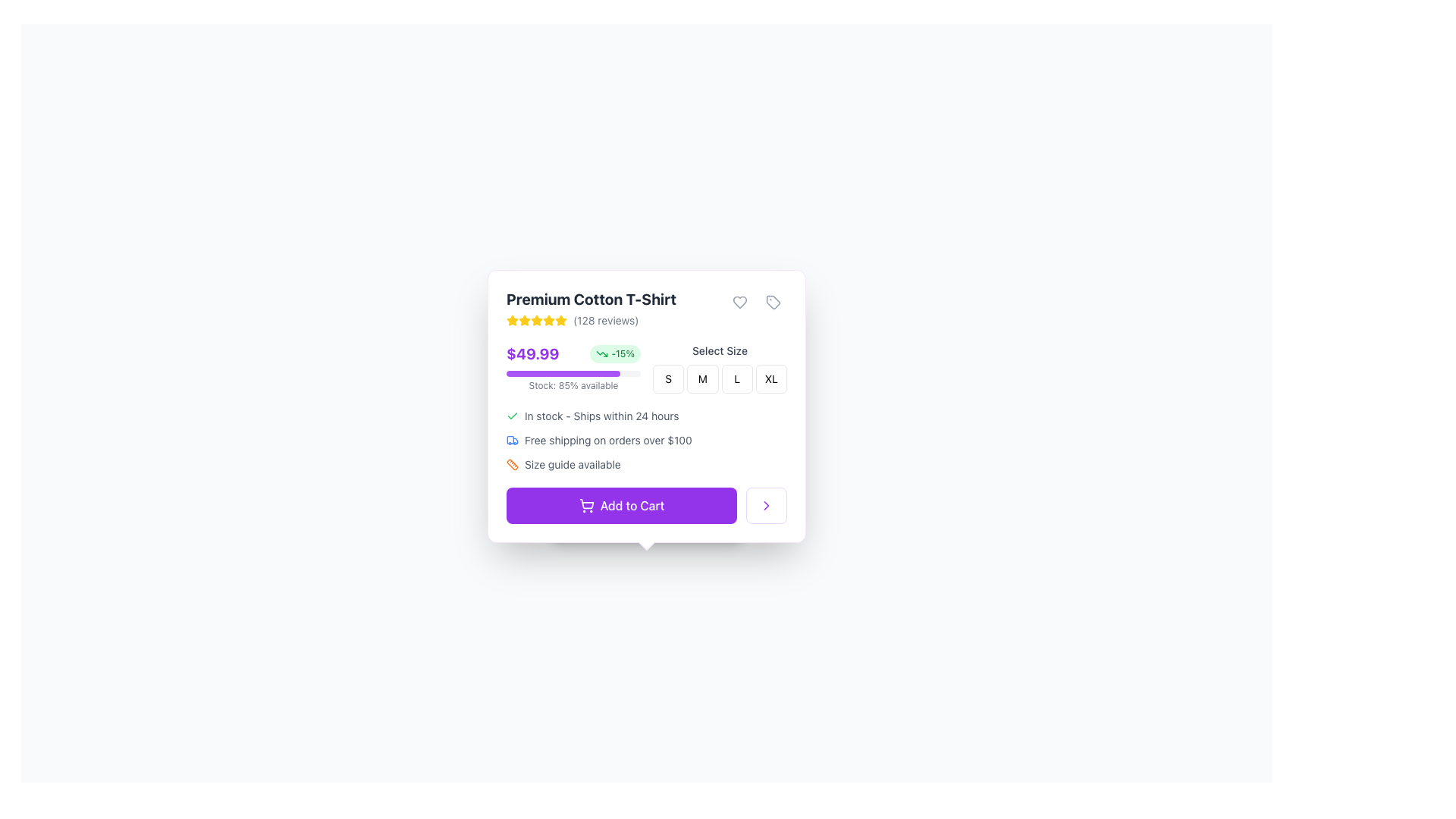  I want to click on the rectangular button labeled 'XL' with a white background and black text, so click(771, 378).